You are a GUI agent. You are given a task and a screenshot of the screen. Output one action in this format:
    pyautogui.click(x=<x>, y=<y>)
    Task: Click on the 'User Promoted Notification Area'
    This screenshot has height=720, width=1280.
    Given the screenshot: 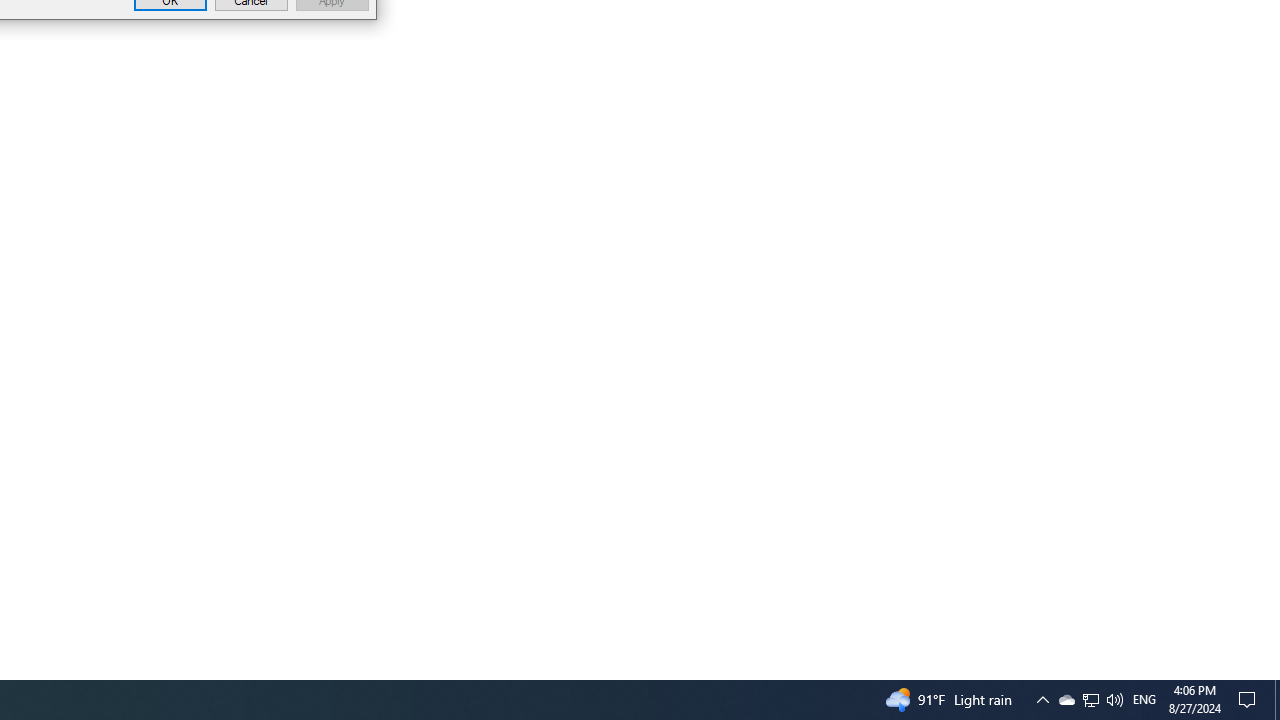 What is the action you would take?
    pyautogui.click(x=1113, y=698)
    